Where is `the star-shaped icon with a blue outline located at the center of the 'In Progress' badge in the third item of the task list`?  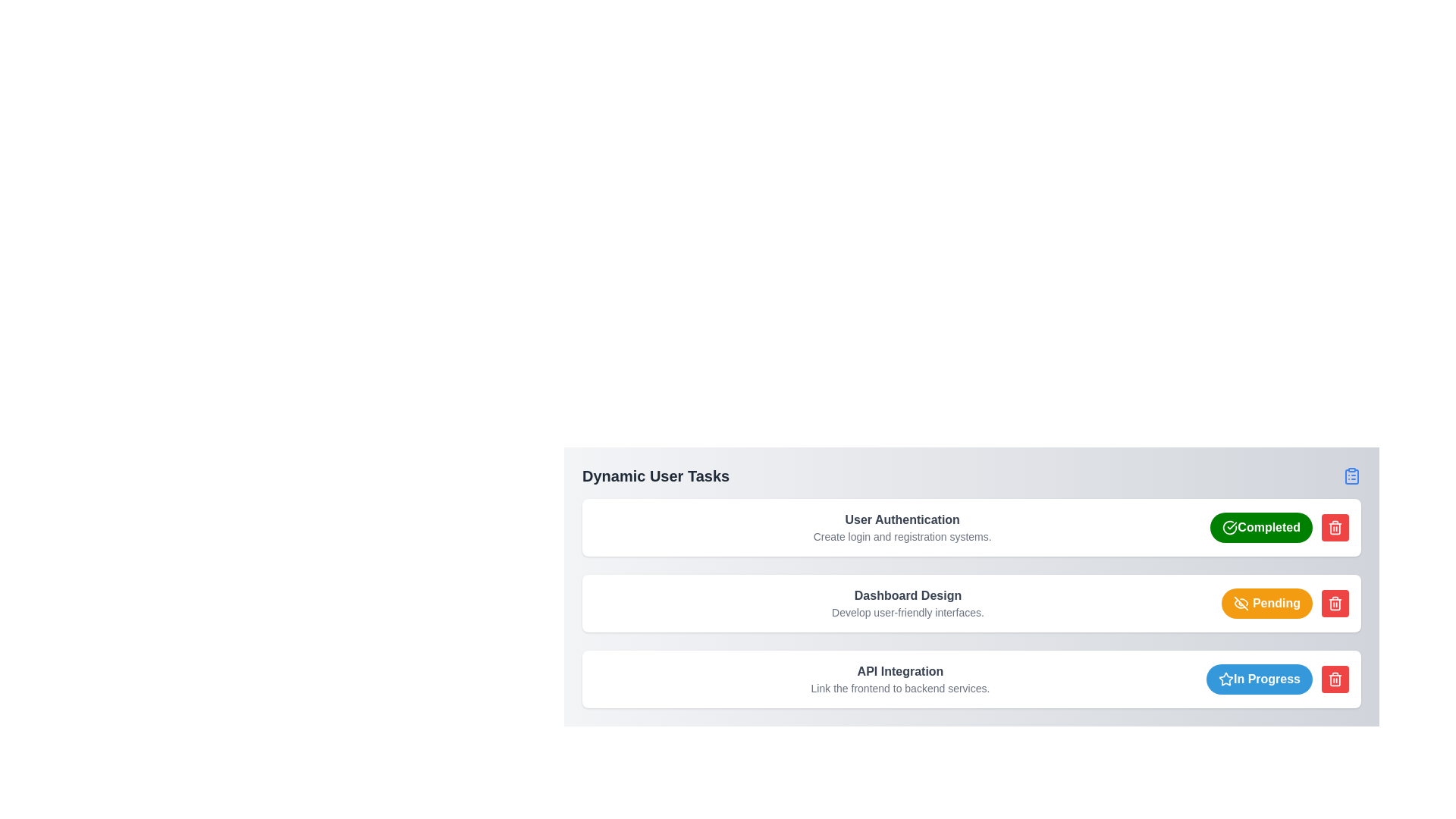 the star-shaped icon with a blue outline located at the center of the 'In Progress' badge in the third item of the task list is located at coordinates (1226, 678).